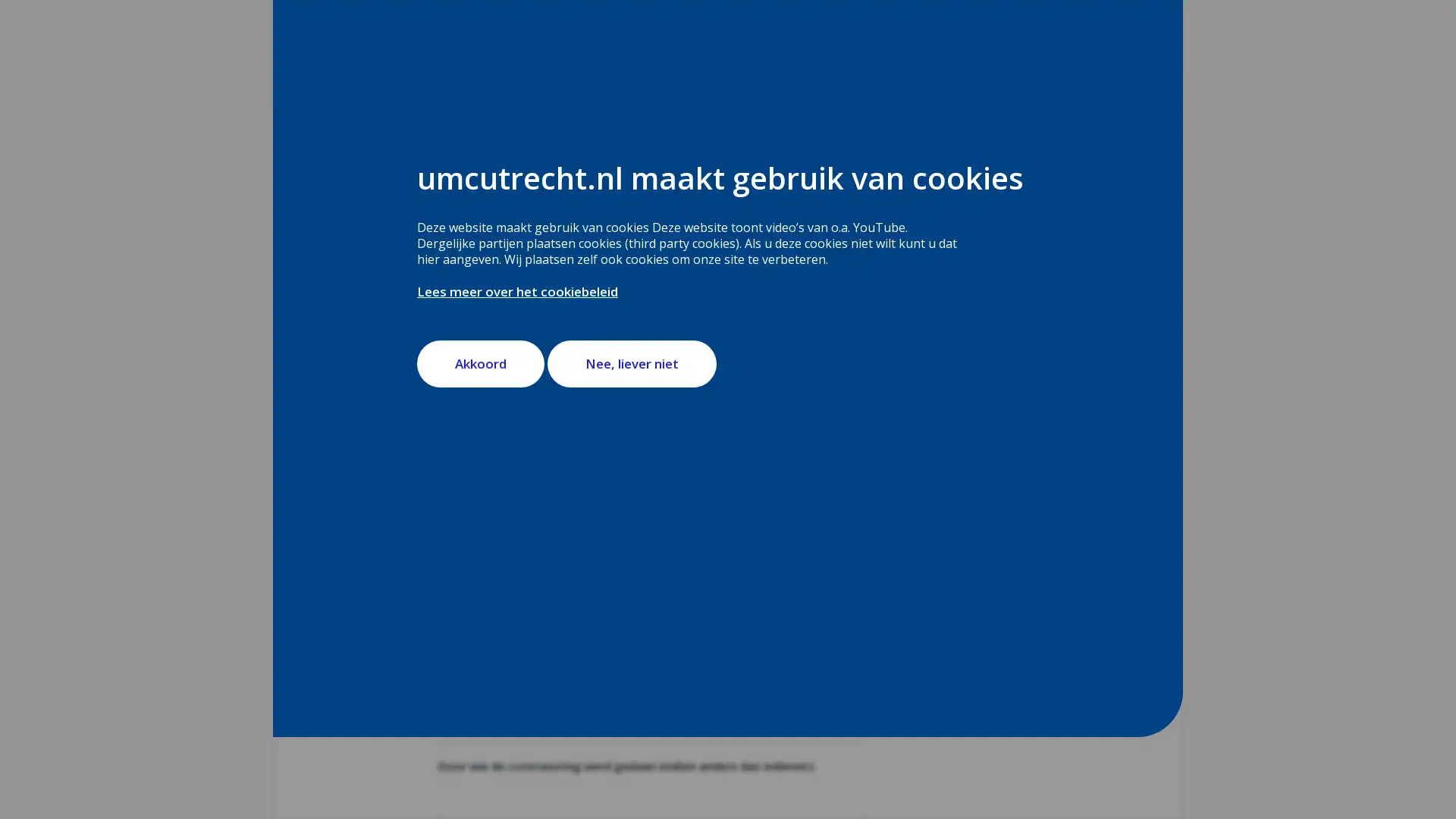  I want to click on webReader menu, so click(450, 281).